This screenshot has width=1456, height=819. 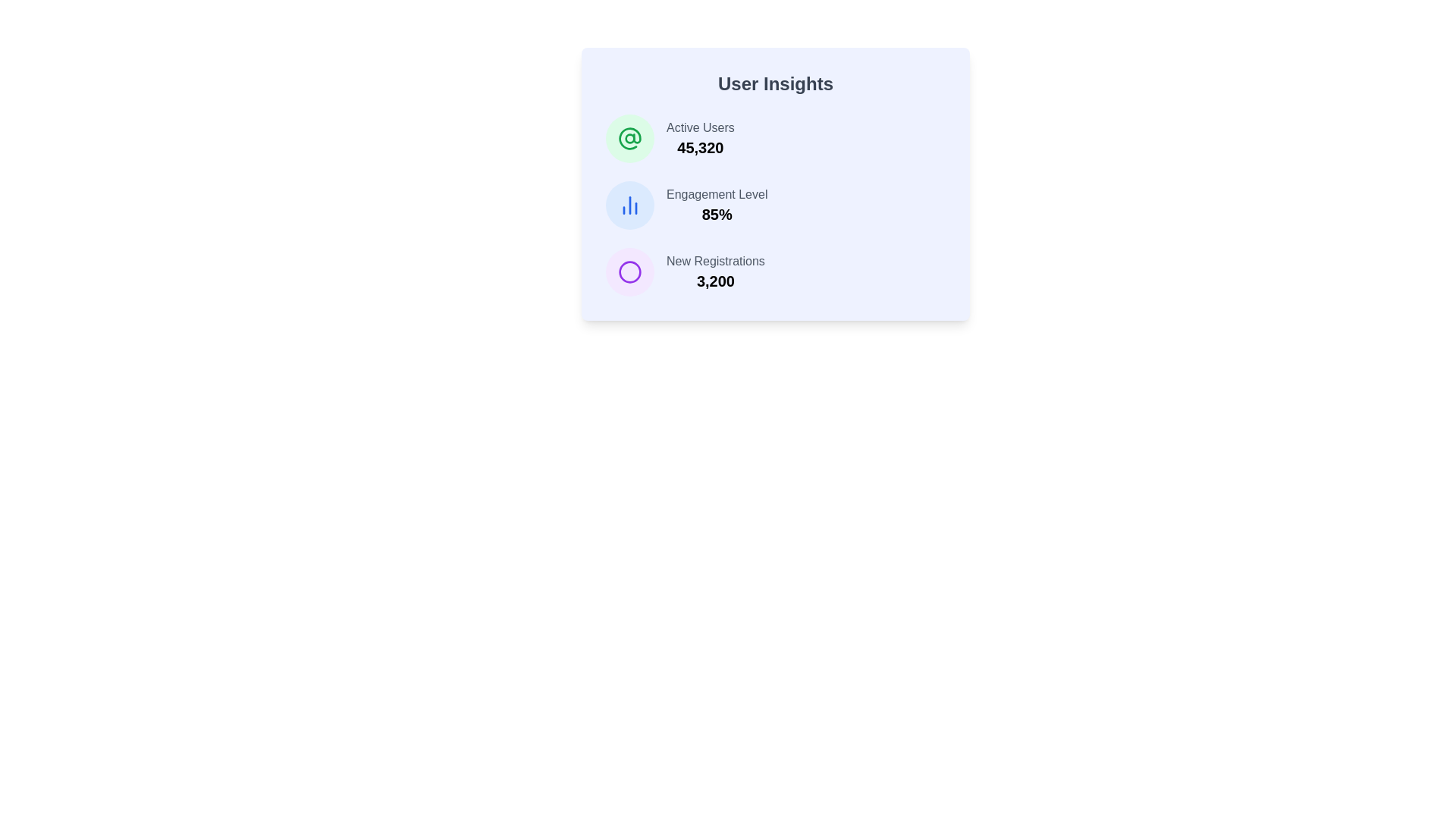 I want to click on the numeric value '45,320' displayed in a bold and large font within the 'User Insights' panel, located below the 'Active Users' text, so click(x=699, y=148).